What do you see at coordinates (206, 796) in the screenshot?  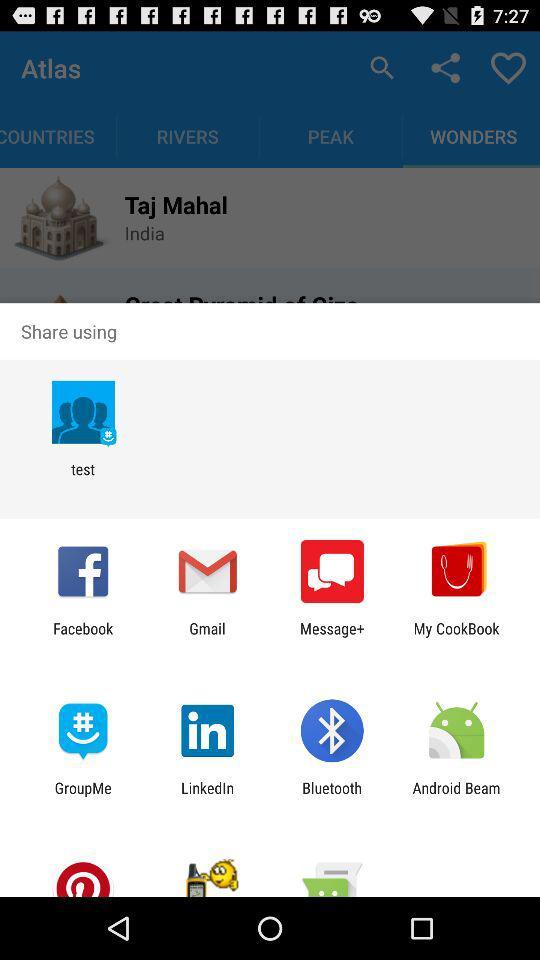 I see `the item to the left of bluetooth icon` at bounding box center [206, 796].